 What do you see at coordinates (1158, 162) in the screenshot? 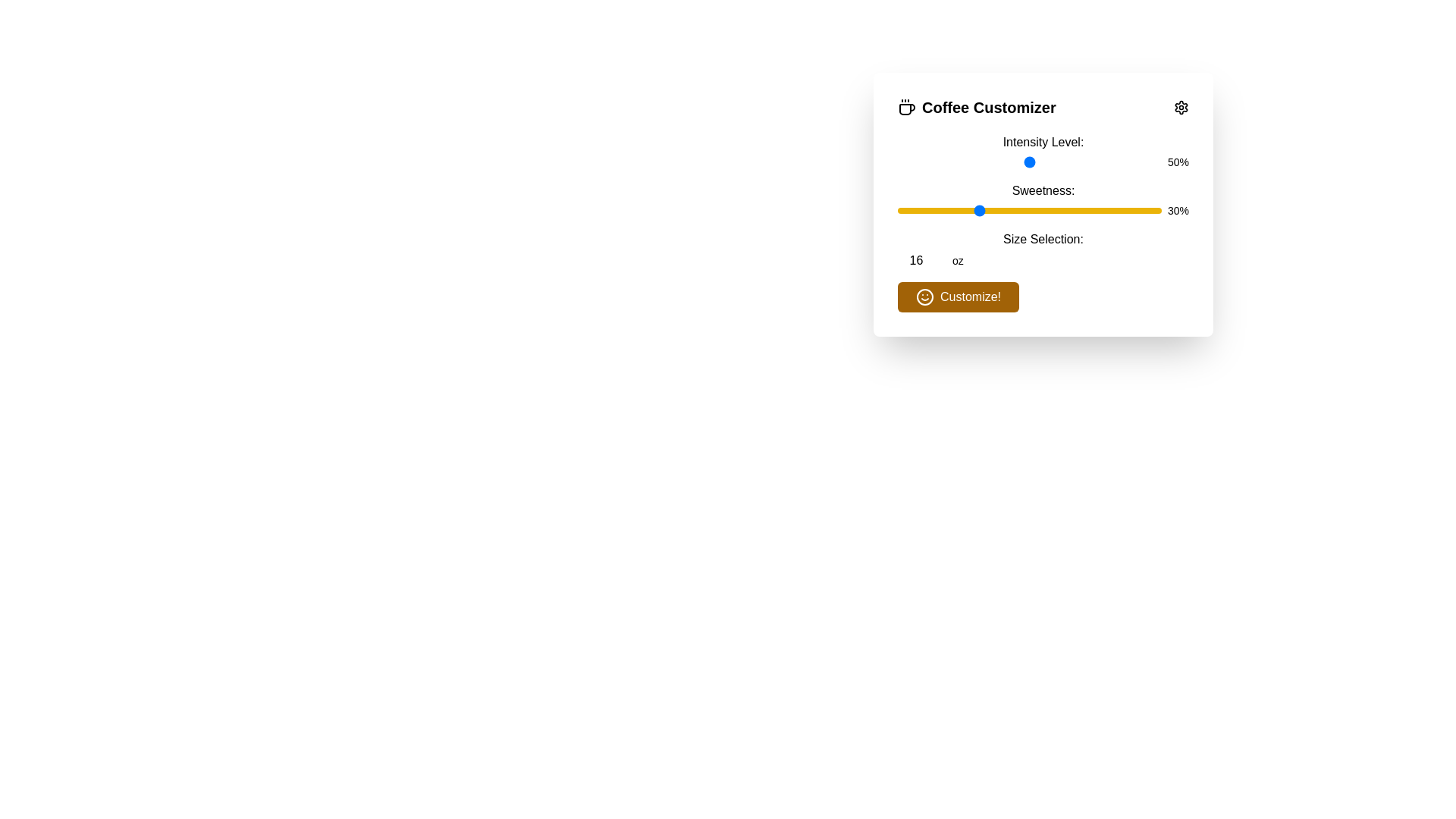
I see `the intensity level slider to 99%` at bounding box center [1158, 162].